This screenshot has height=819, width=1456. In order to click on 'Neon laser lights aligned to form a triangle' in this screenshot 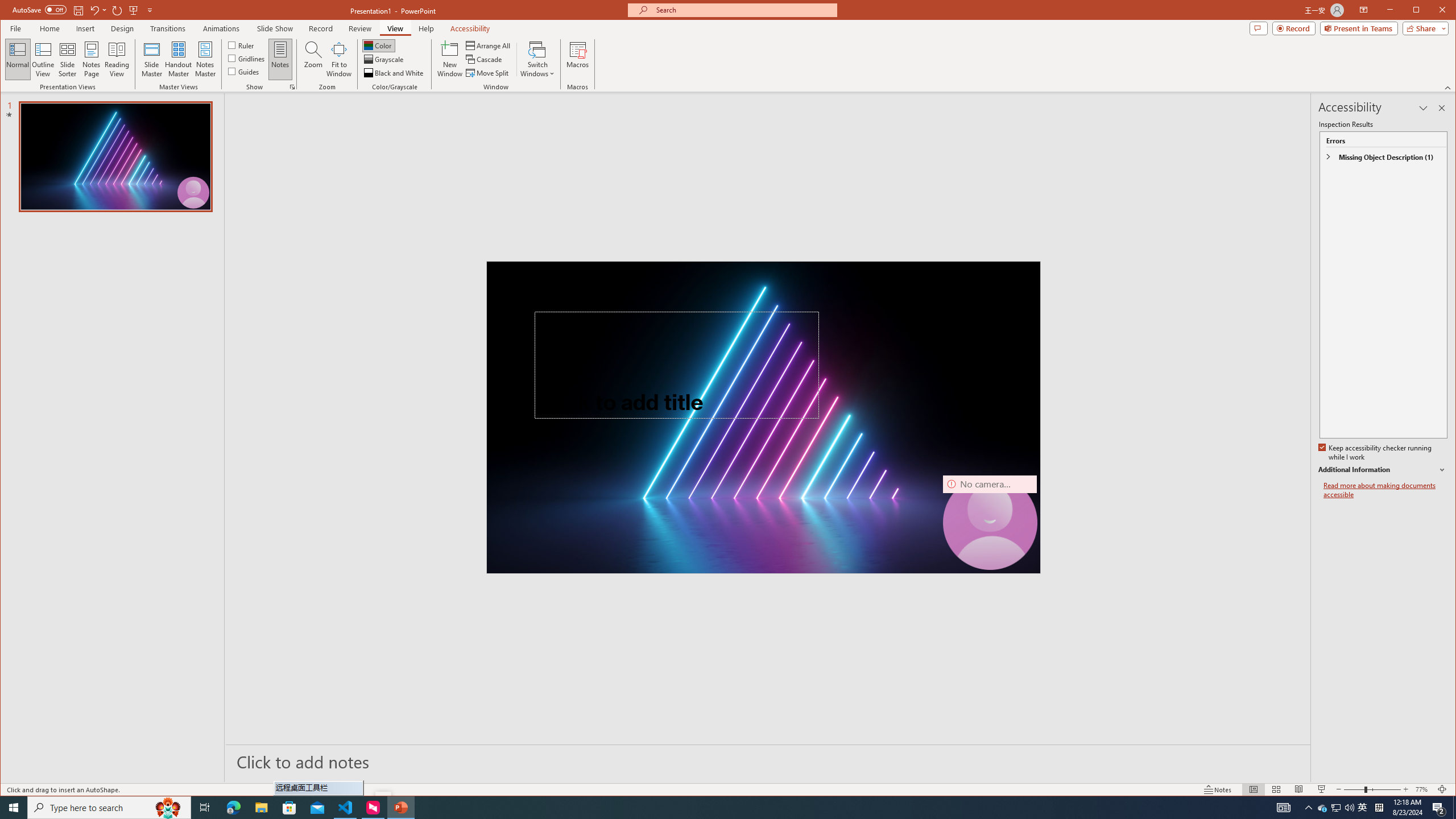, I will do `click(763, 416)`.